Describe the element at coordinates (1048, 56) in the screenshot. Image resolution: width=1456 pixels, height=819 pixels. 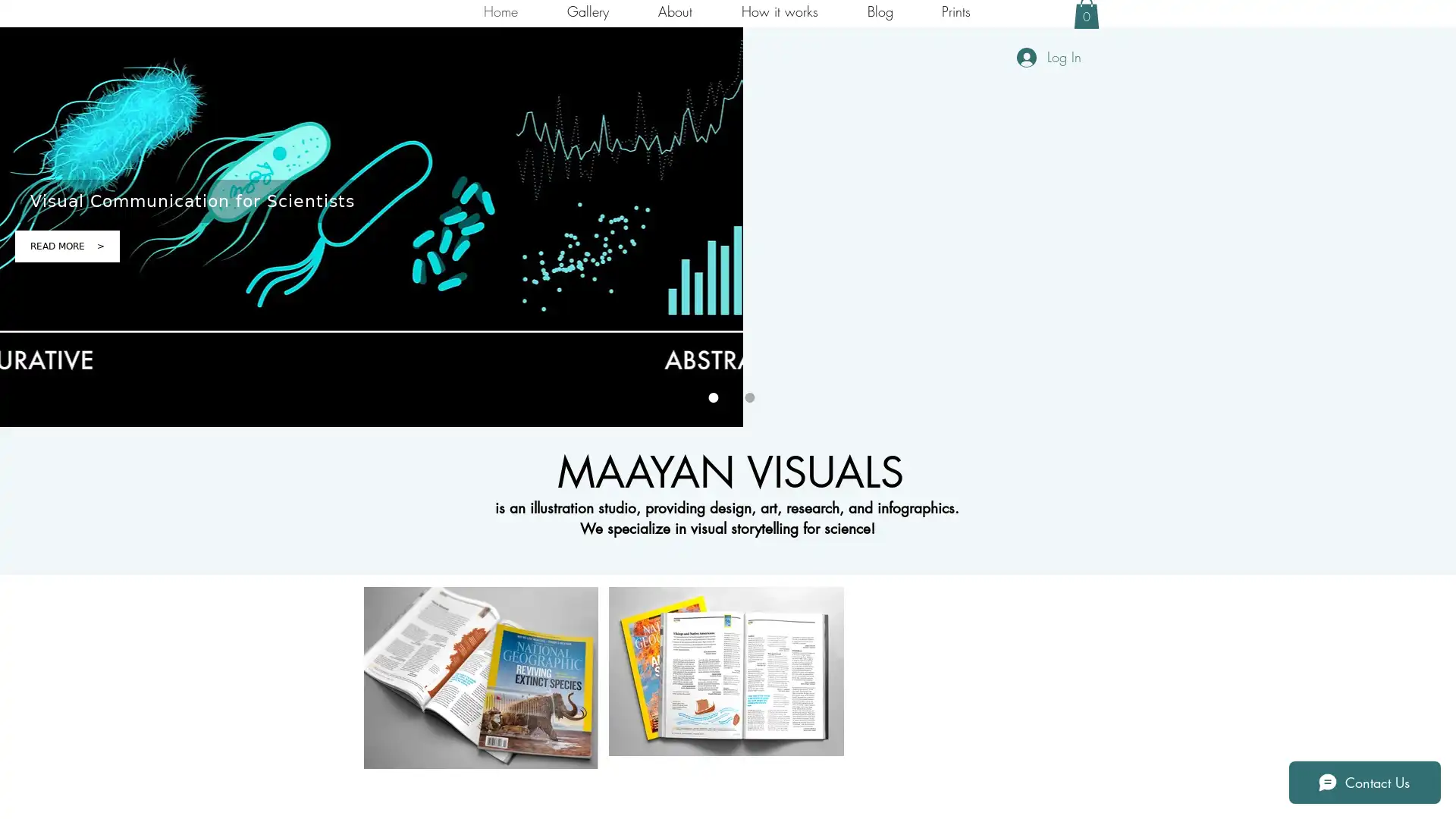
I see `Log In` at that location.